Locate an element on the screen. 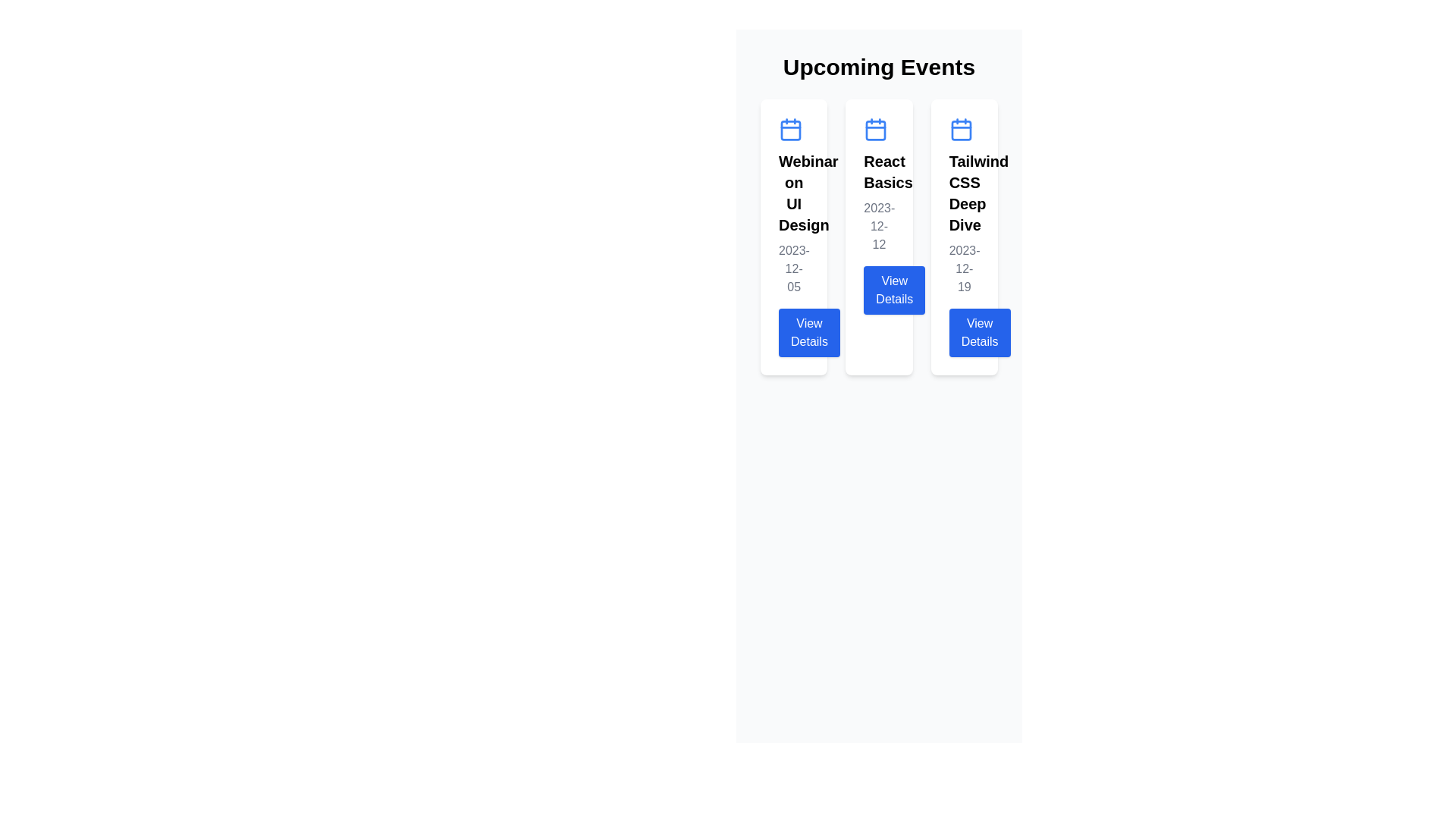 Image resolution: width=1456 pixels, height=819 pixels. event title text displayed at the top center of the leftmost card under the 'Upcoming Events' section for identification is located at coordinates (793, 192).